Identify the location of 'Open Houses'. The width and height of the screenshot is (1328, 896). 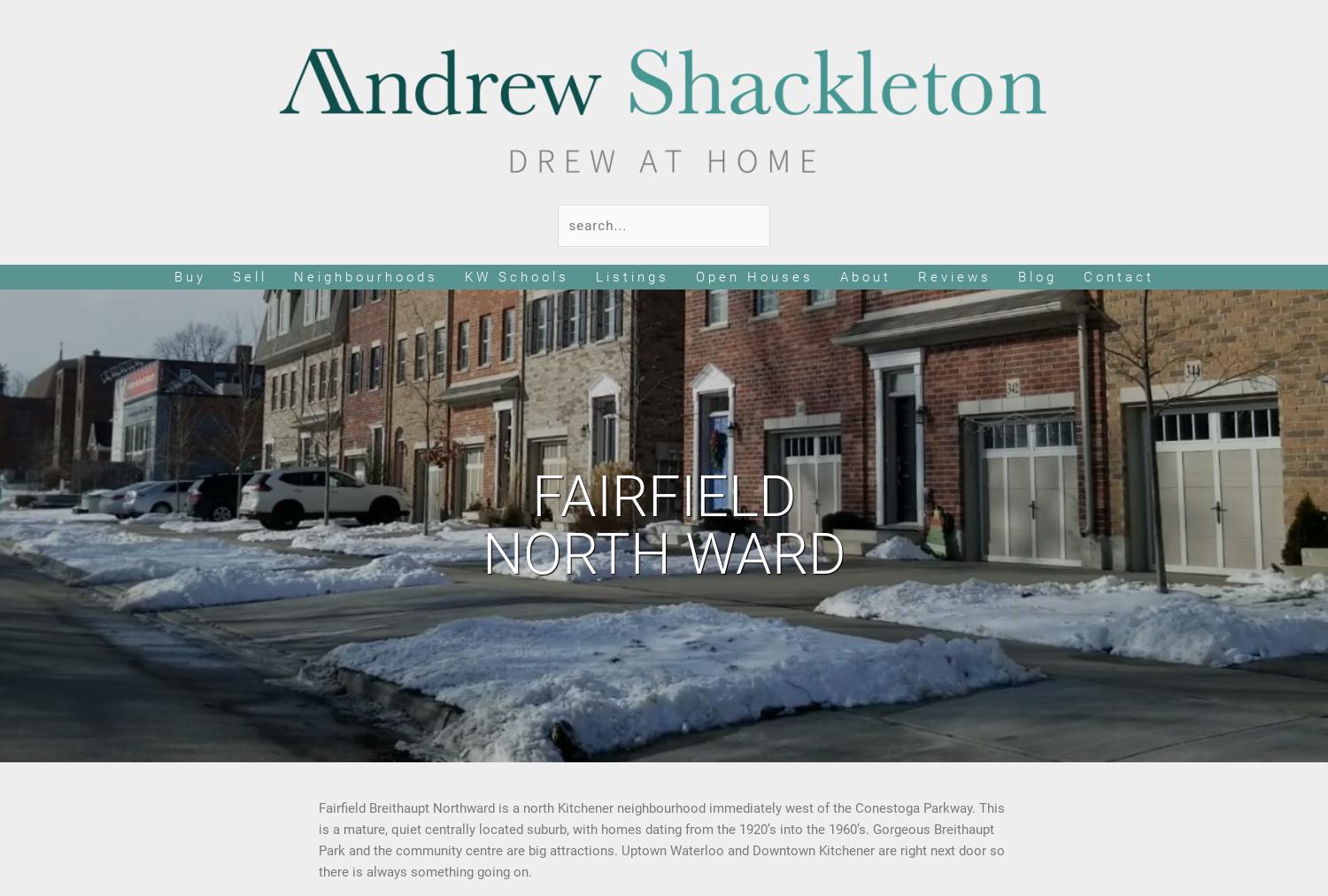
(694, 276).